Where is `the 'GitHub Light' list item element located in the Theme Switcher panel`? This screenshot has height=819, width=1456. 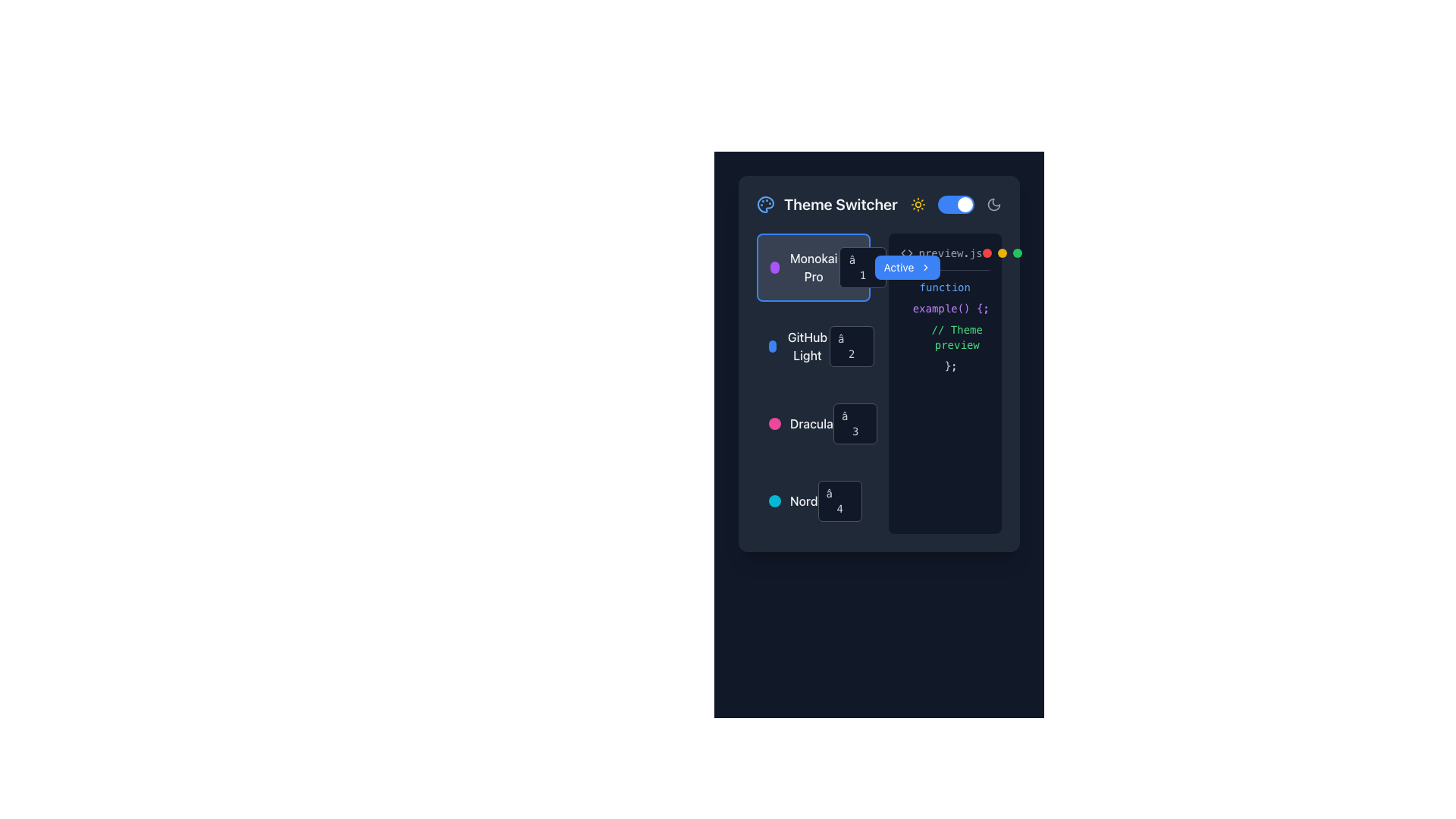
the 'GitHub Light' list item element located in the Theme Switcher panel is located at coordinates (799, 346).